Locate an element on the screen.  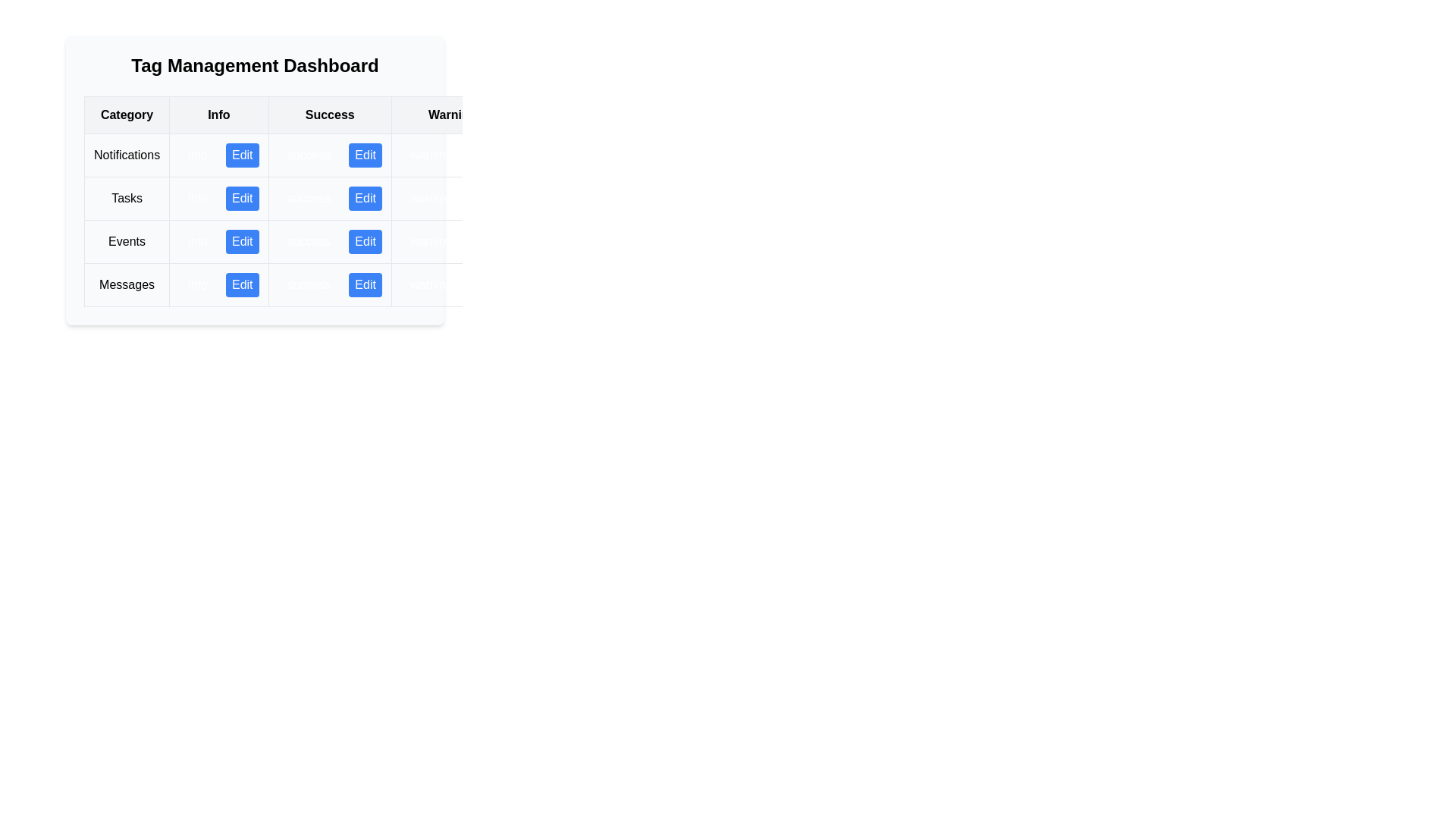
the 'info' label in the 'Tasks' row of the table is located at coordinates (218, 198).